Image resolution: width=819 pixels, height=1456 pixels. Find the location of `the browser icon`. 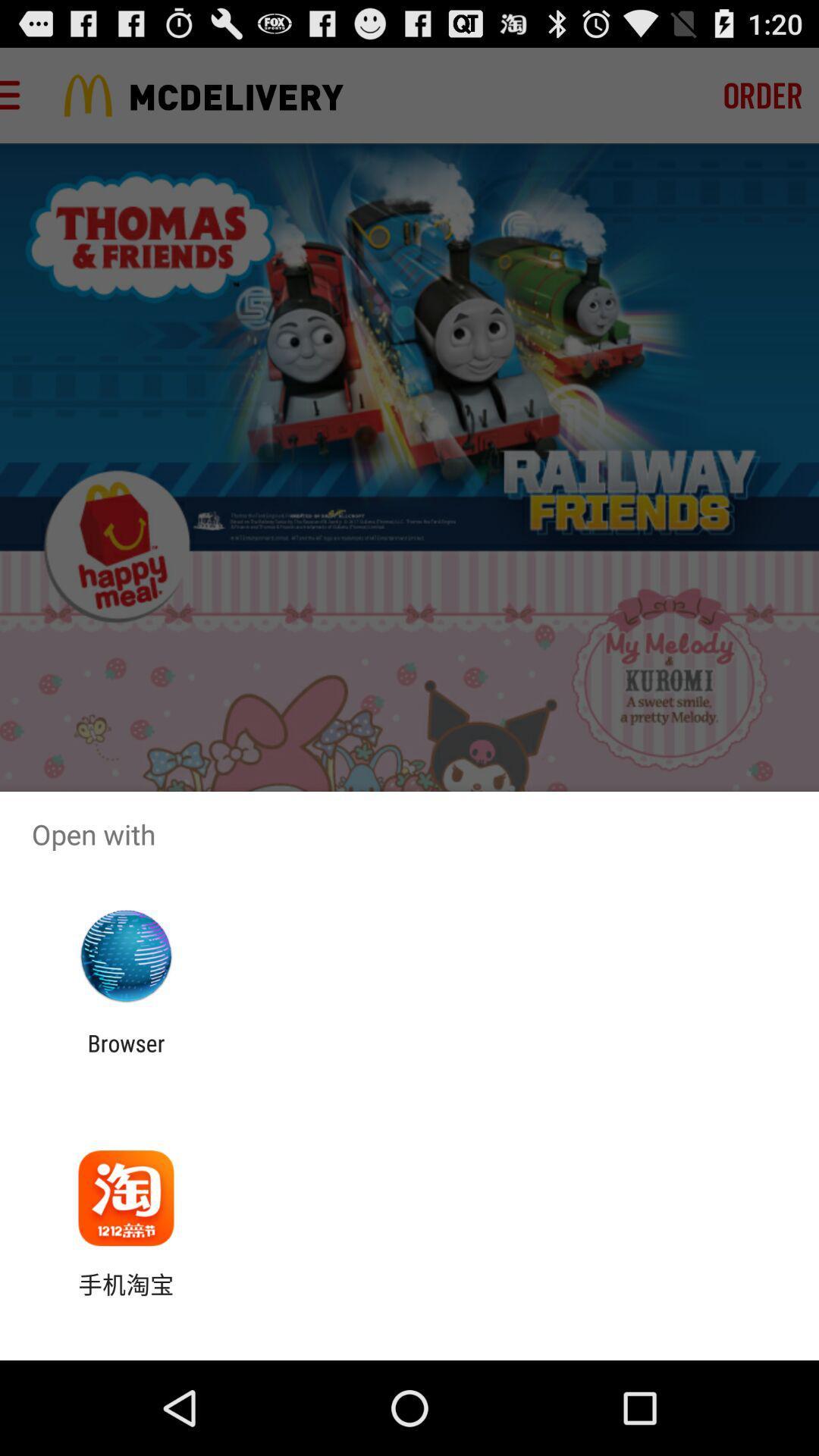

the browser icon is located at coordinates (125, 1056).